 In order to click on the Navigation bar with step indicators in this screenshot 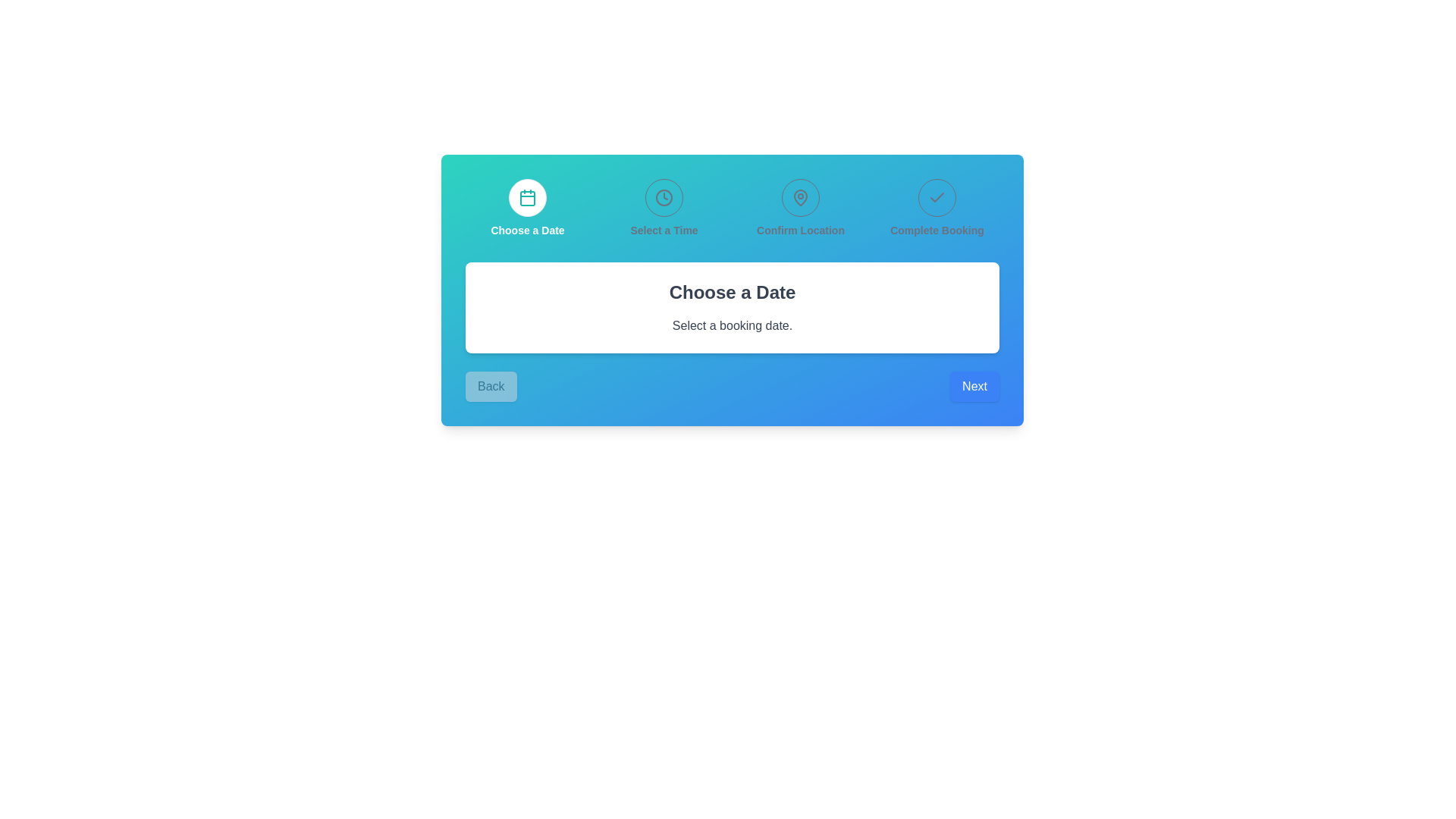, I will do `click(732, 208)`.